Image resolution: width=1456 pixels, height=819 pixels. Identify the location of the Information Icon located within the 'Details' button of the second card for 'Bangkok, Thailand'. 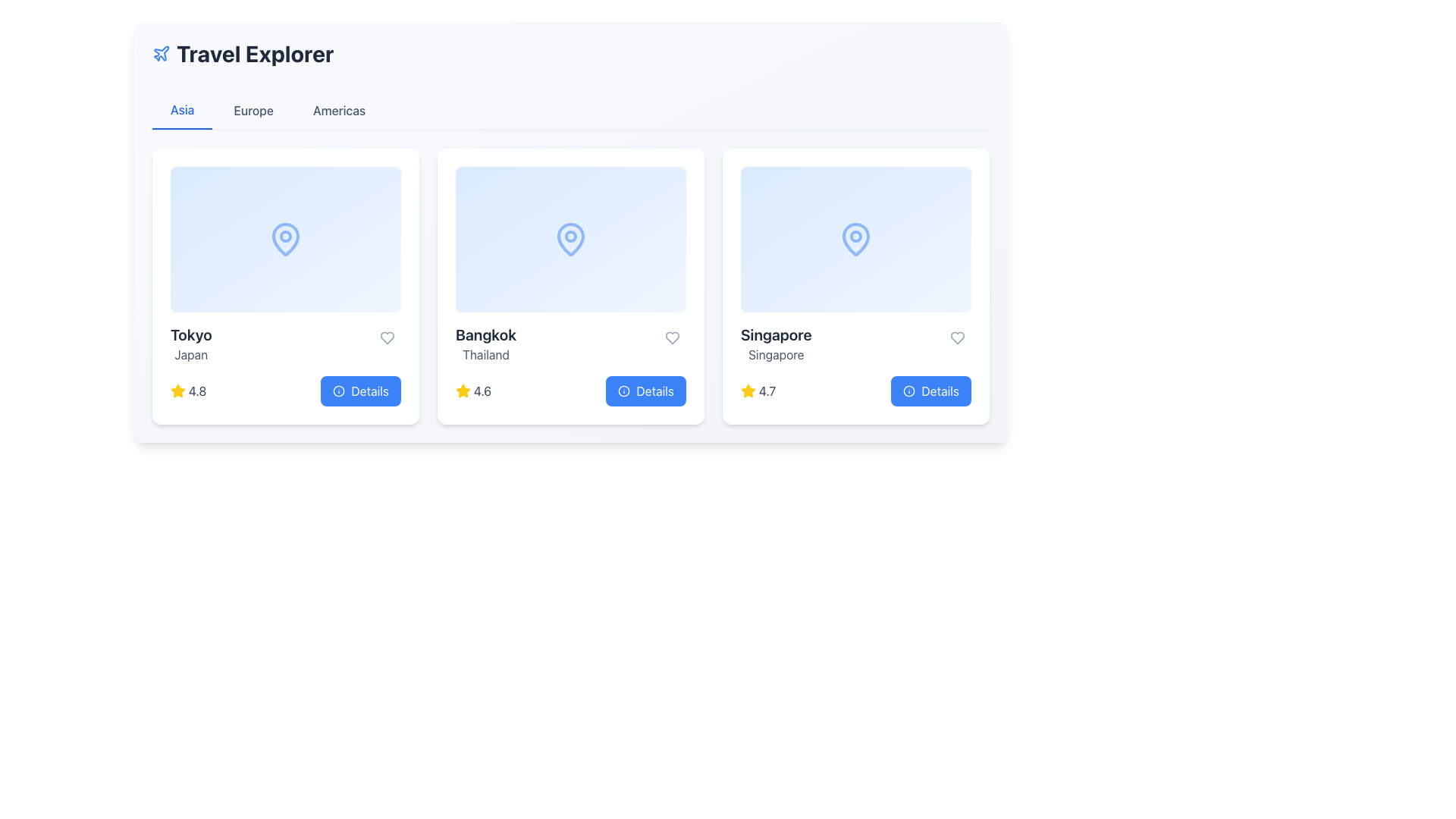
(624, 391).